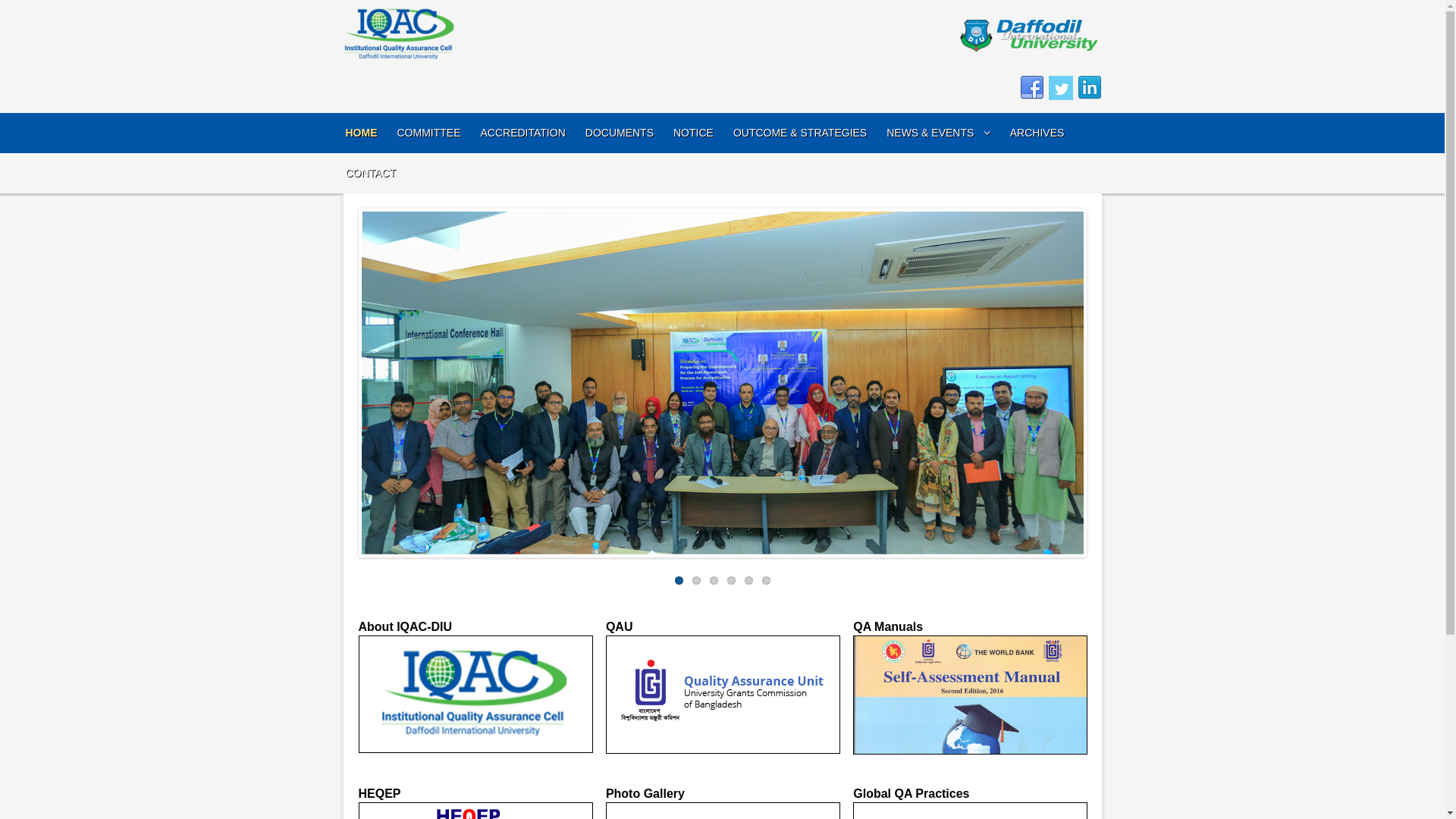 This screenshot has width=1456, height=819. Describe the element at coordinates (761, 580) in the screenshot. I see `'6'` at that location.